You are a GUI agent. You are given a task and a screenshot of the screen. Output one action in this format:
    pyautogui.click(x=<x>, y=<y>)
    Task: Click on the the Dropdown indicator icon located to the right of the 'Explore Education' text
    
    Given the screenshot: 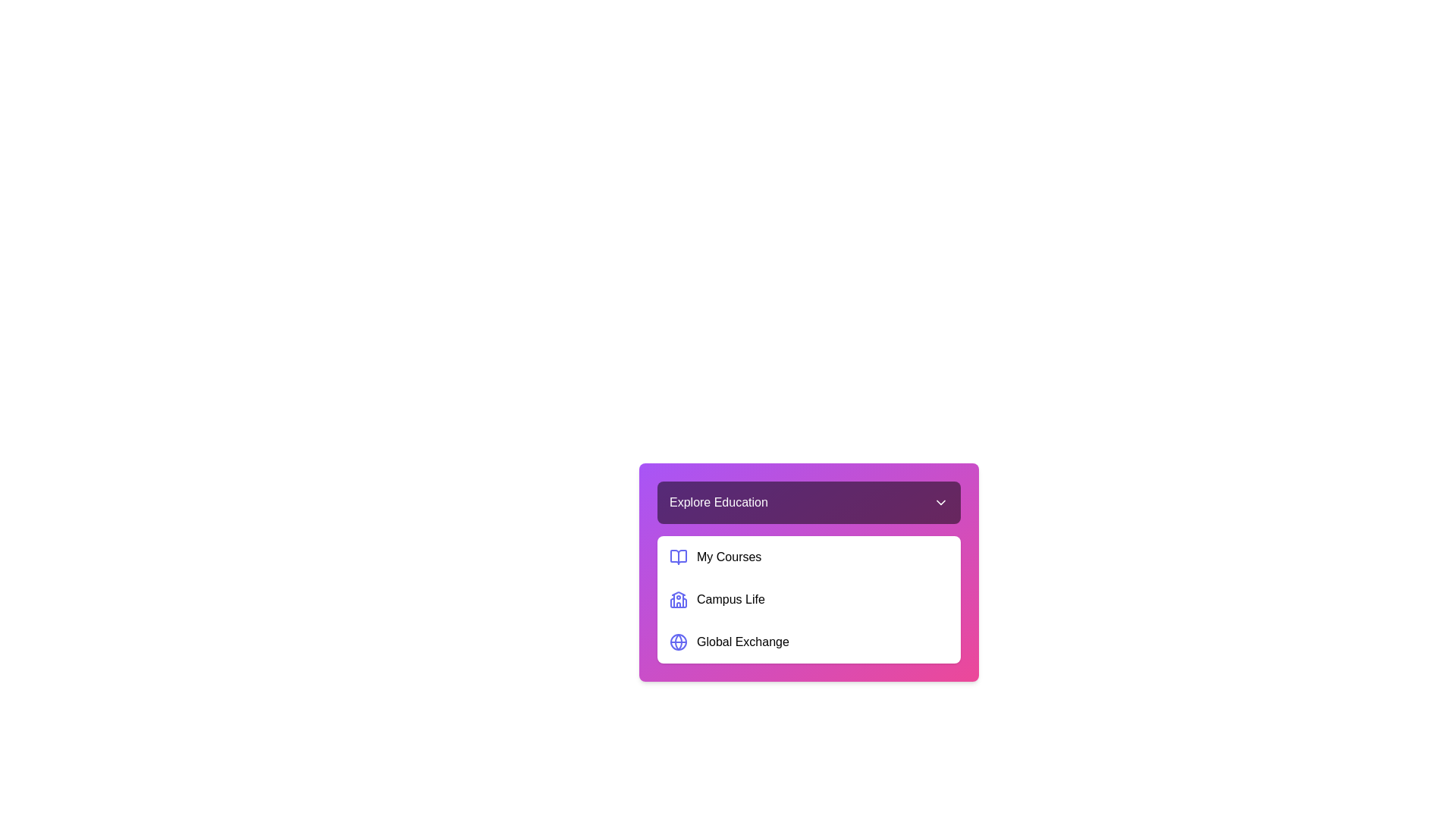 What is the action you would take?
    pyautogui.click(x=940, y=503)
    